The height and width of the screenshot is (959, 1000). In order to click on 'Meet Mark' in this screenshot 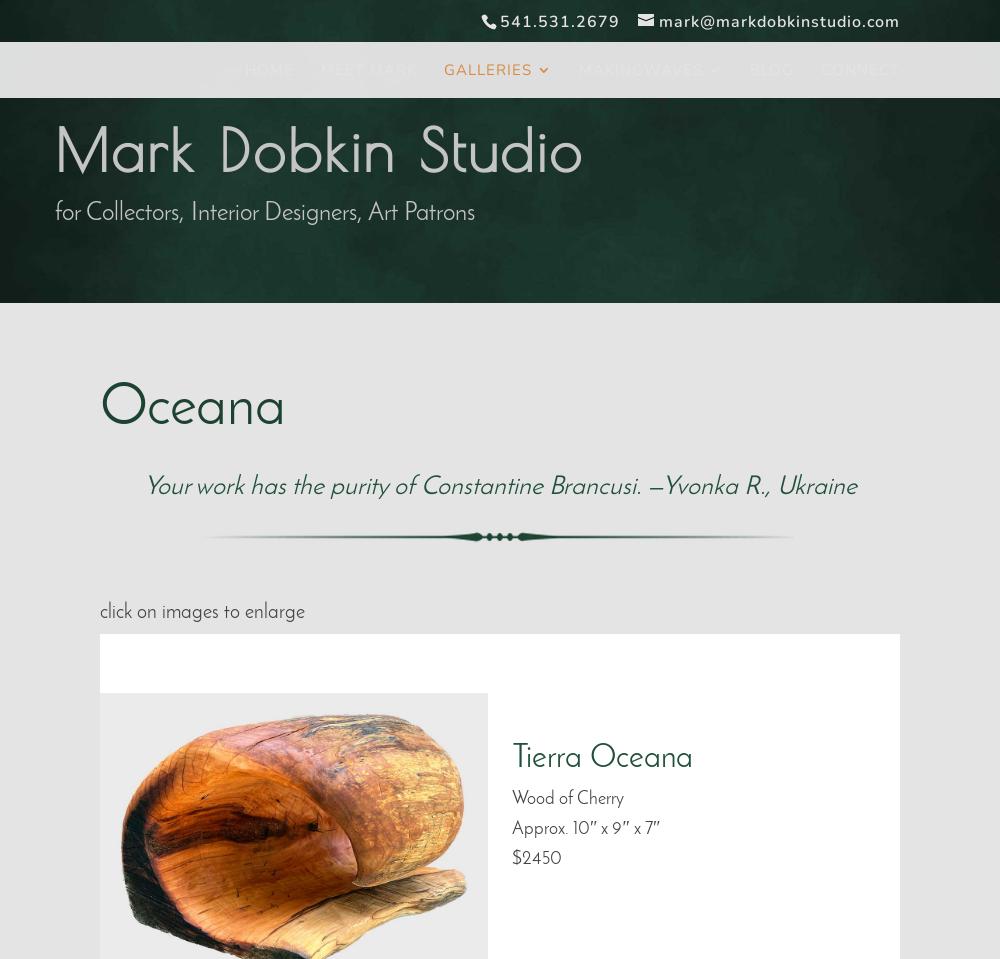, I will do `click(368, 70)`.